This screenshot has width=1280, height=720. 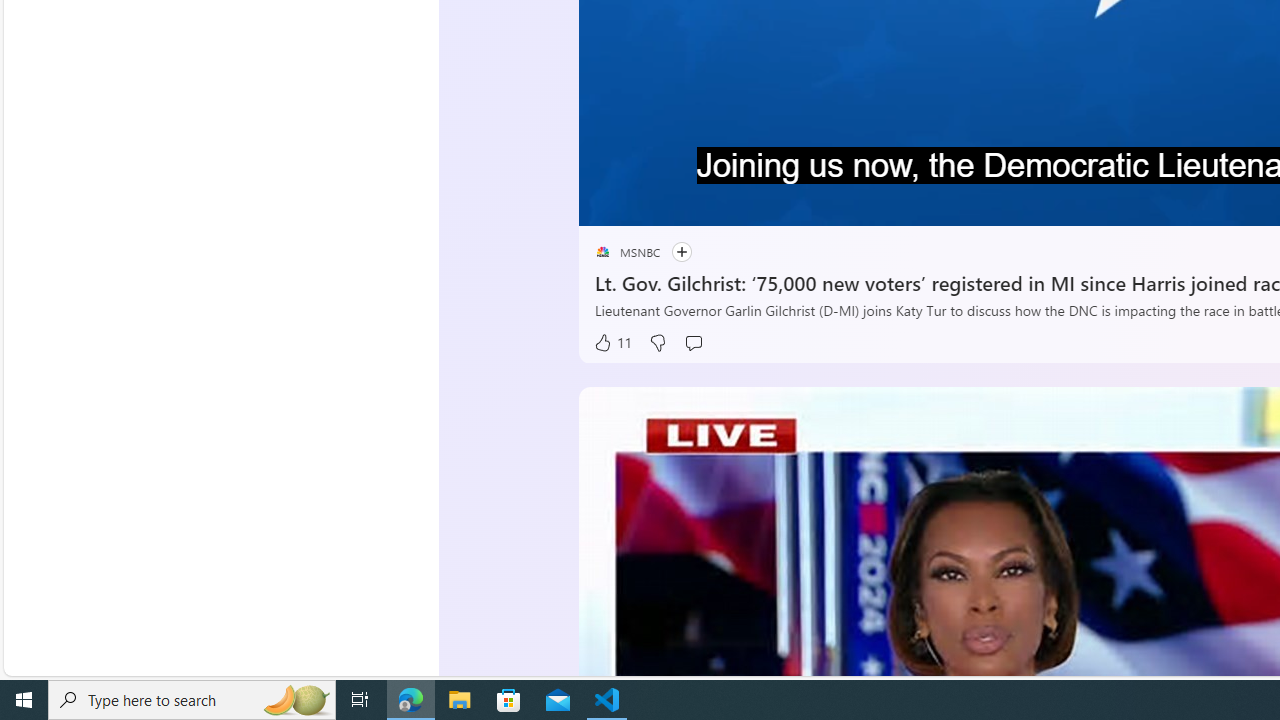 I want to click on '11 Like', so click(x=610, y=342).